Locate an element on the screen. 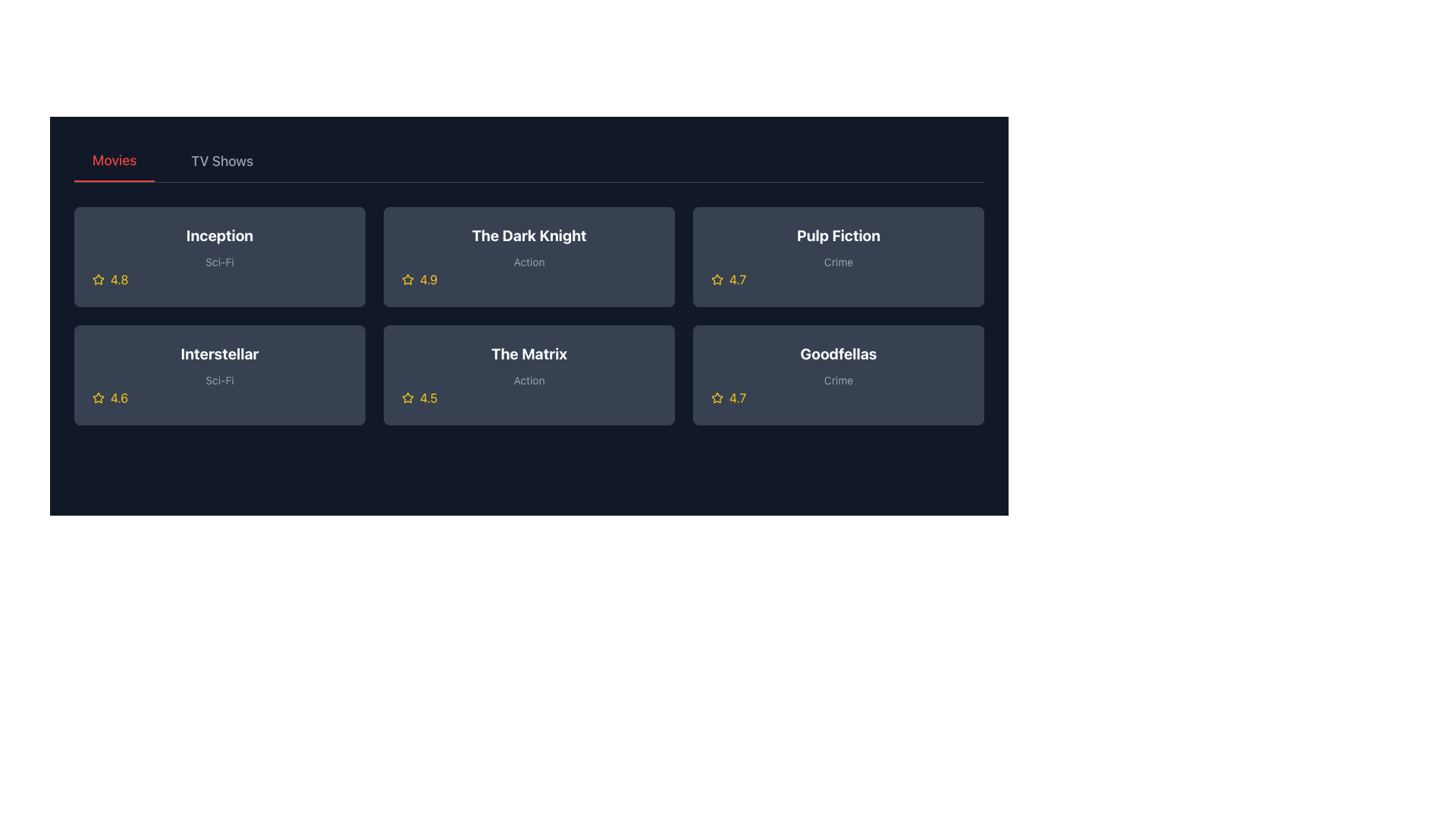 The width and height of the screenshot is (1456, 819). text displayed in the numerical rating label located in the bottom right corner of the 'Goodfellas' movie card, next to the star-shaped rating icon is located at coordinates (738, 397).